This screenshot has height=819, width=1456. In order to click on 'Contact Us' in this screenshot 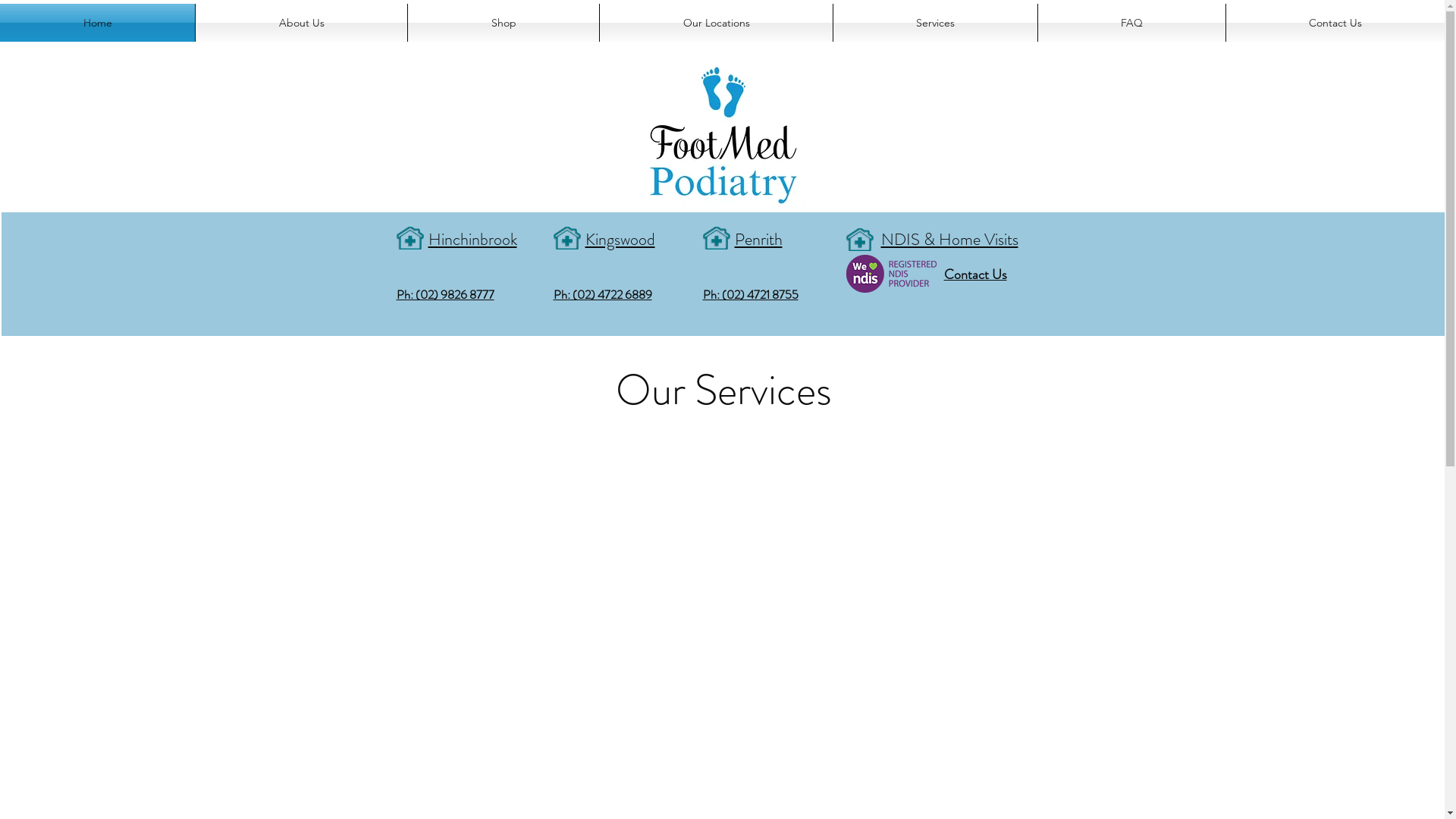, I will do `click(974, 271)`.